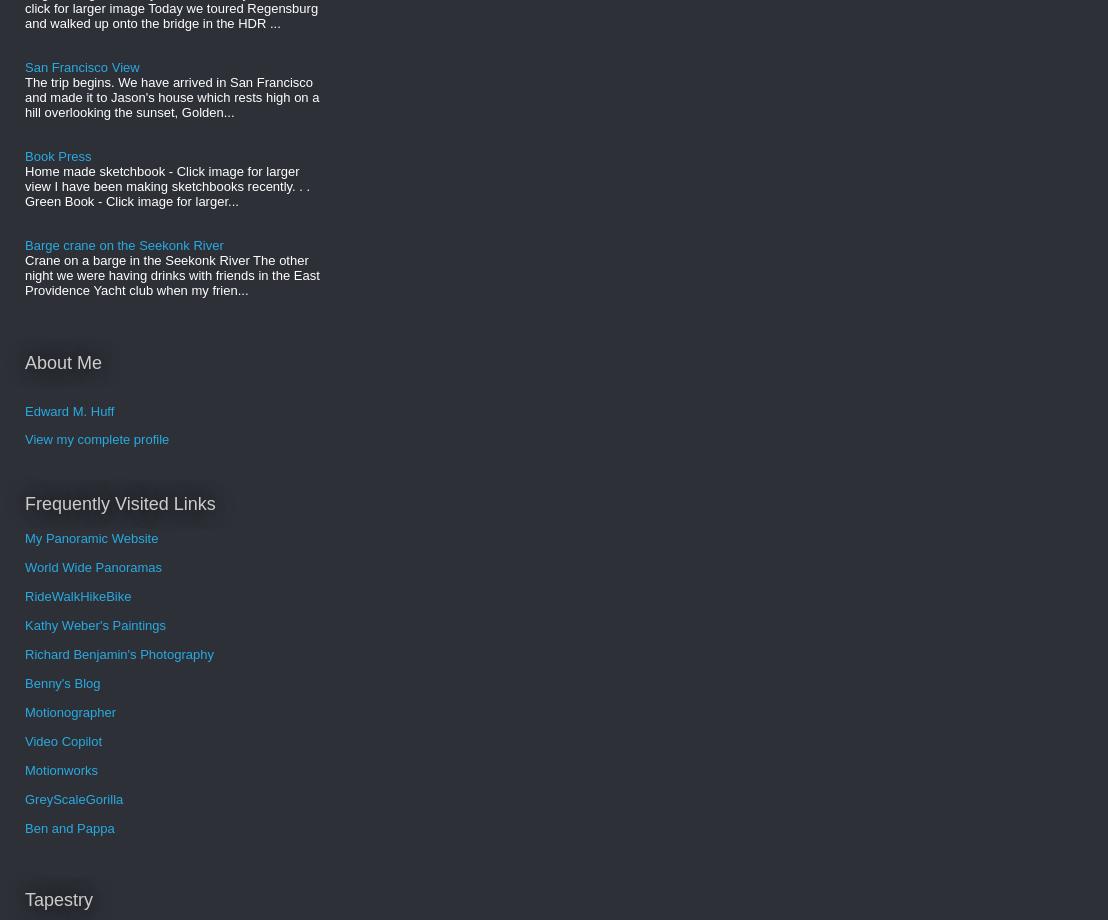 Image resolution: width=1108 pixels, height=920 pixels. What do you see at coordinates (61, 681) in the screenshot?
I see `'Benny's Blog'` at bounding box center [61, 681].